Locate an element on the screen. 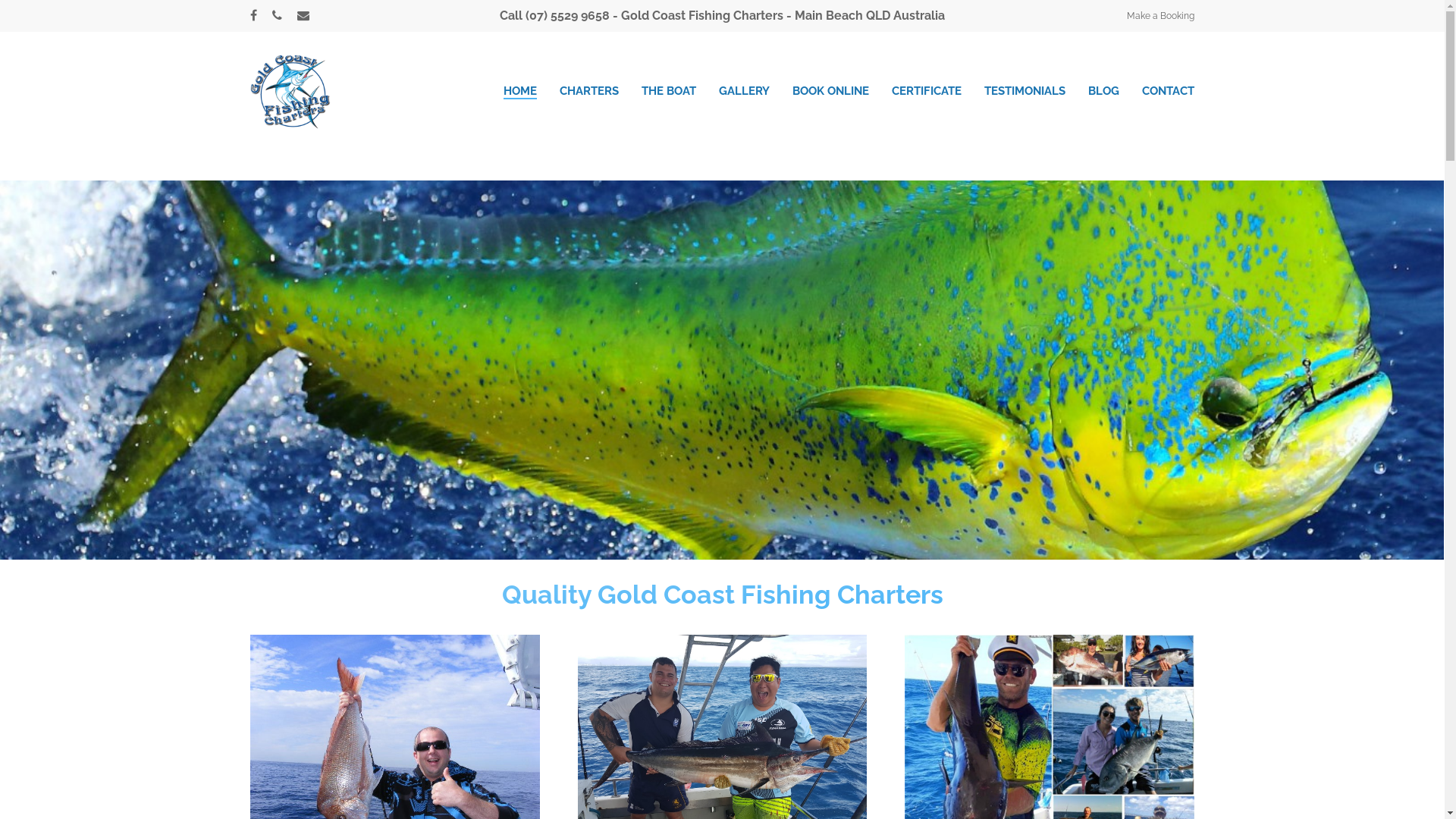  'CERTIFICATE' is located at coordinates (926, 90).